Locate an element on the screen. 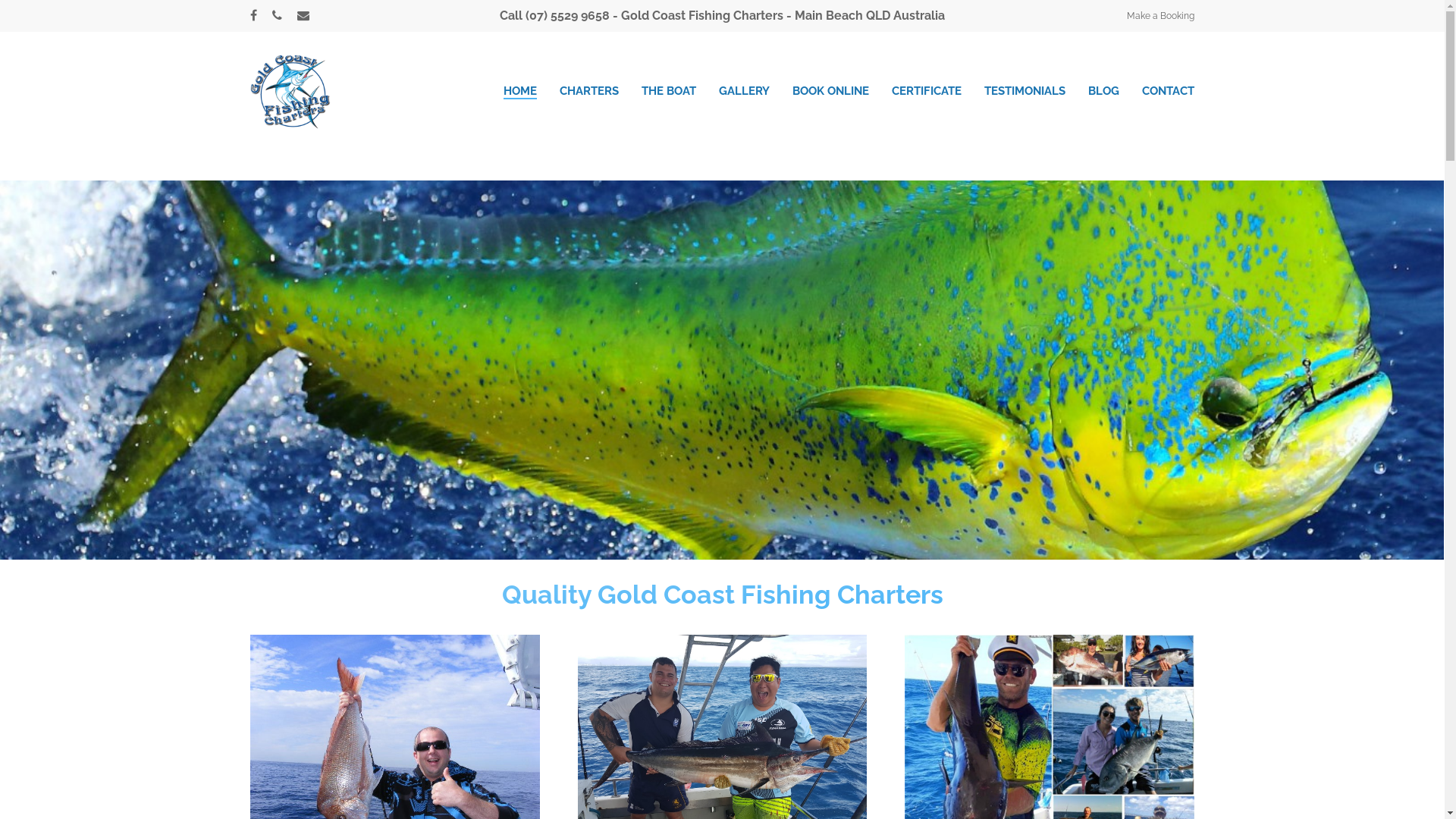  'CERTIFICATE' is located at coordinates (926, 90).